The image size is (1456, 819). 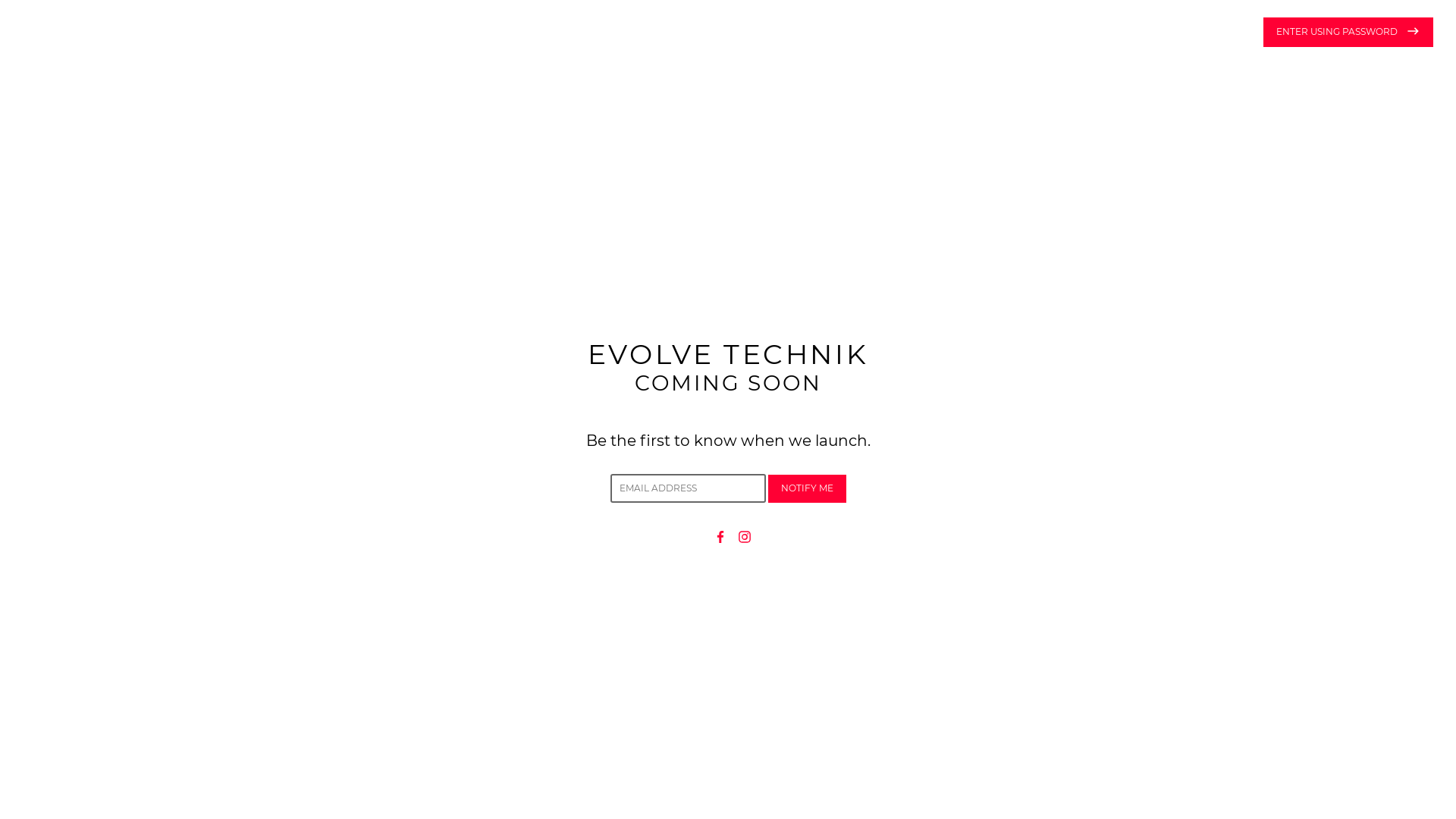 I want to click on 'Evolve Technik on Instagram', so click(x=745, y=534).